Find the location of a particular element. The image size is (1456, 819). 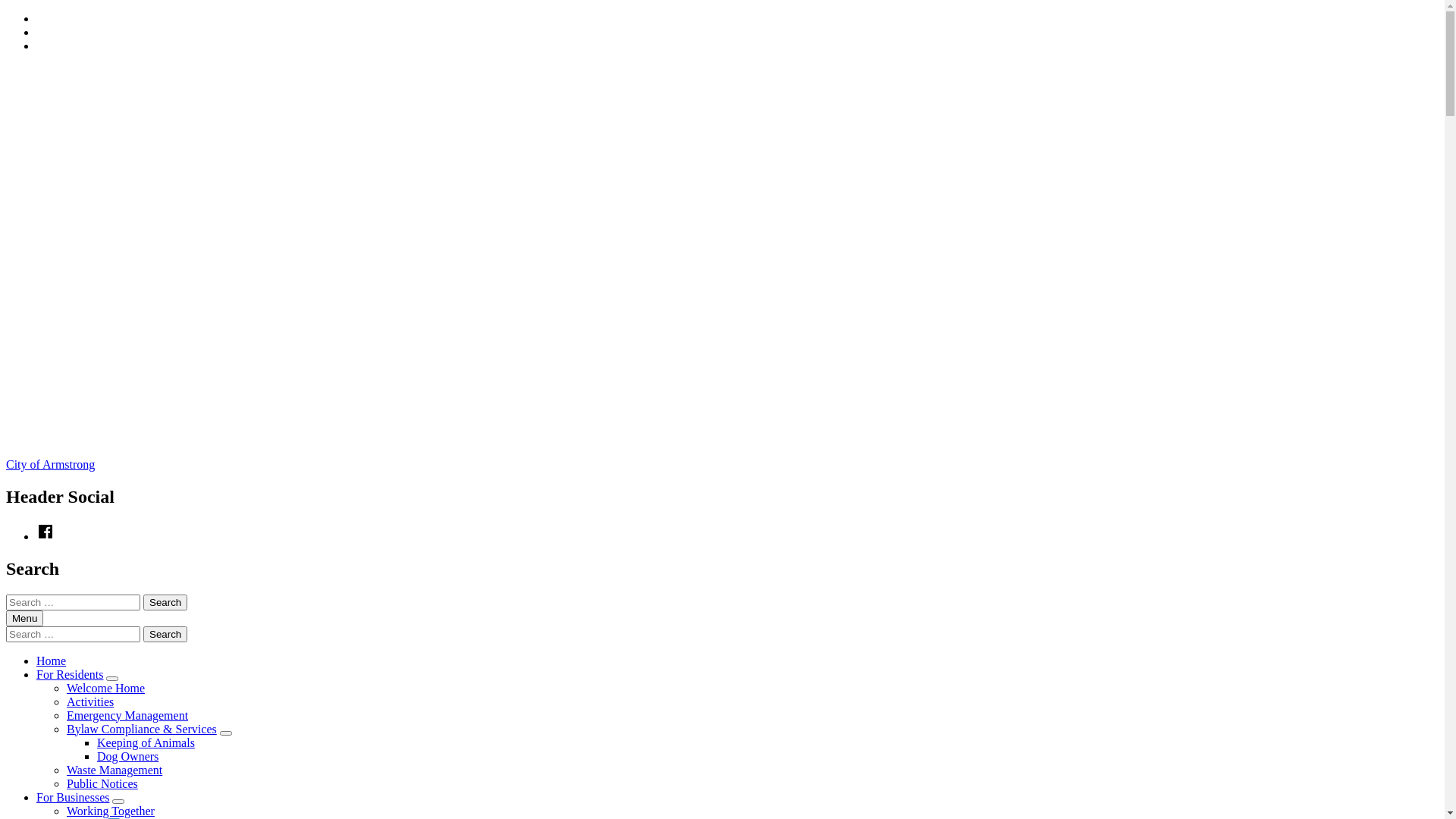

'Keeping of Animals' is located at coordinates (96, 742).